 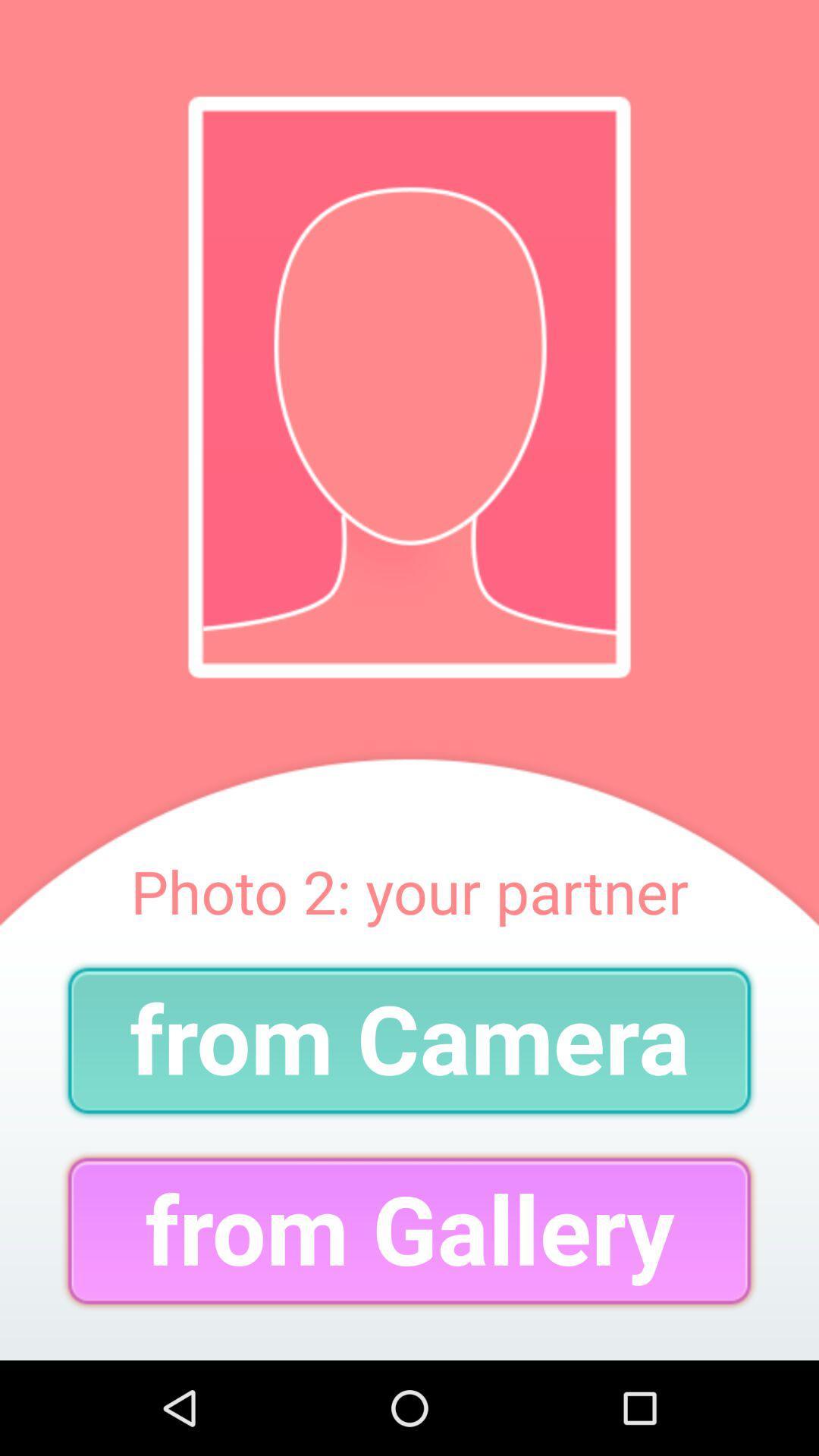 What do you see at coordinates (409, 1231) in the screenshot?
I see `the from gallery item` at bounding box center [409, 1231].